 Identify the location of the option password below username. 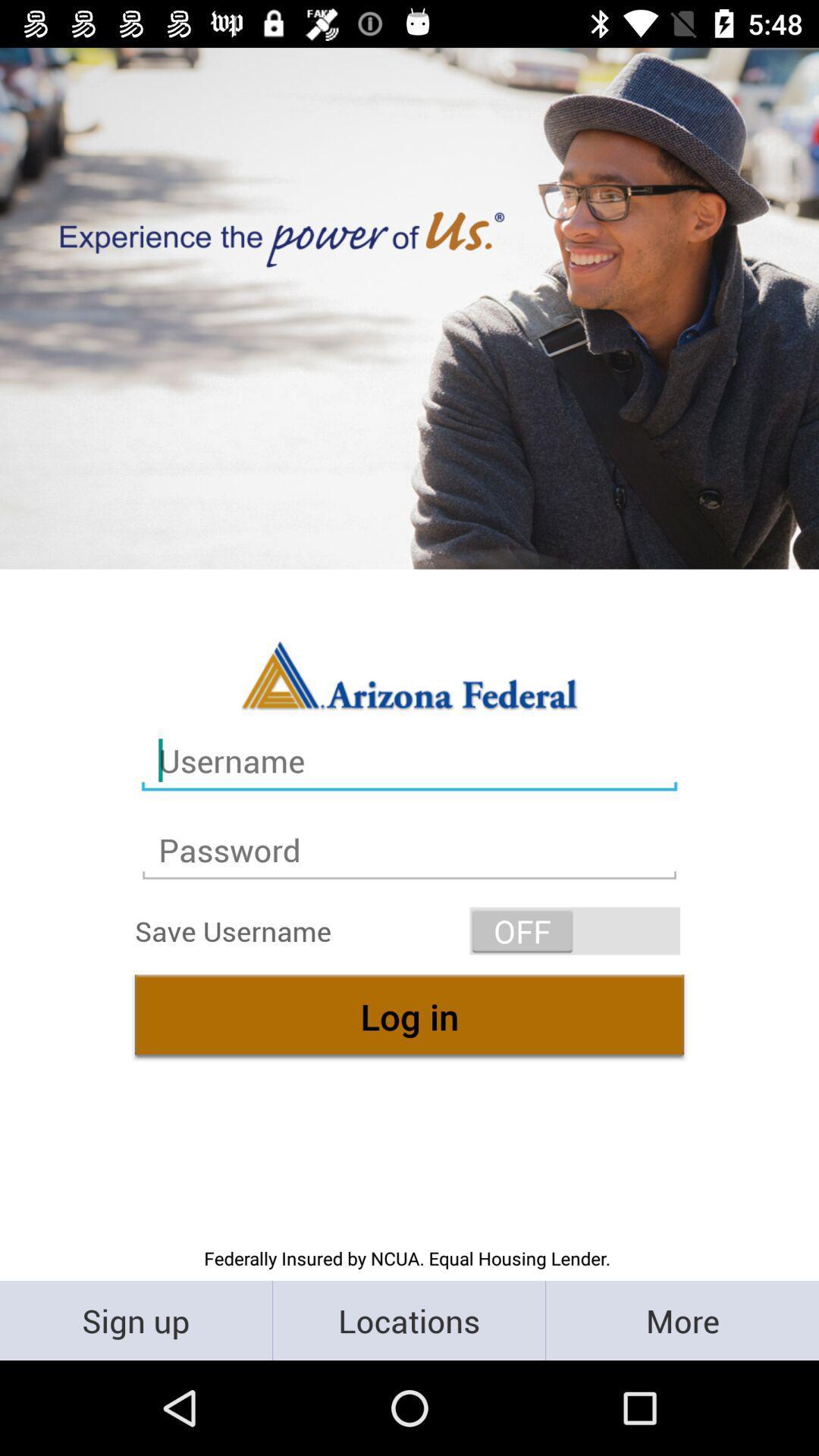
(409, 850).